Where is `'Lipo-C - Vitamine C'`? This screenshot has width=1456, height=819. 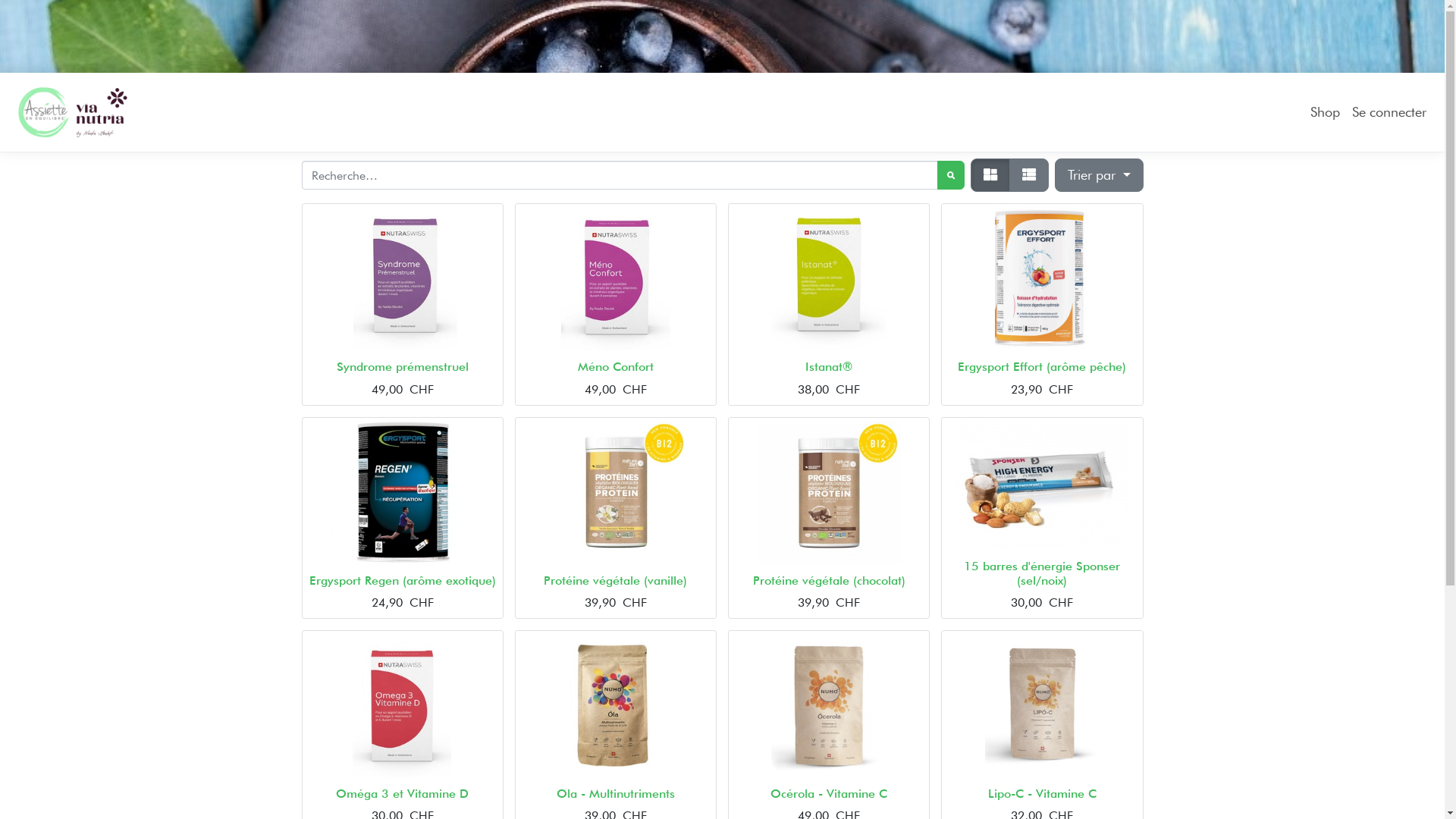 'Lipo-C - Vitamine C' is located at coordinates (1041, 792).